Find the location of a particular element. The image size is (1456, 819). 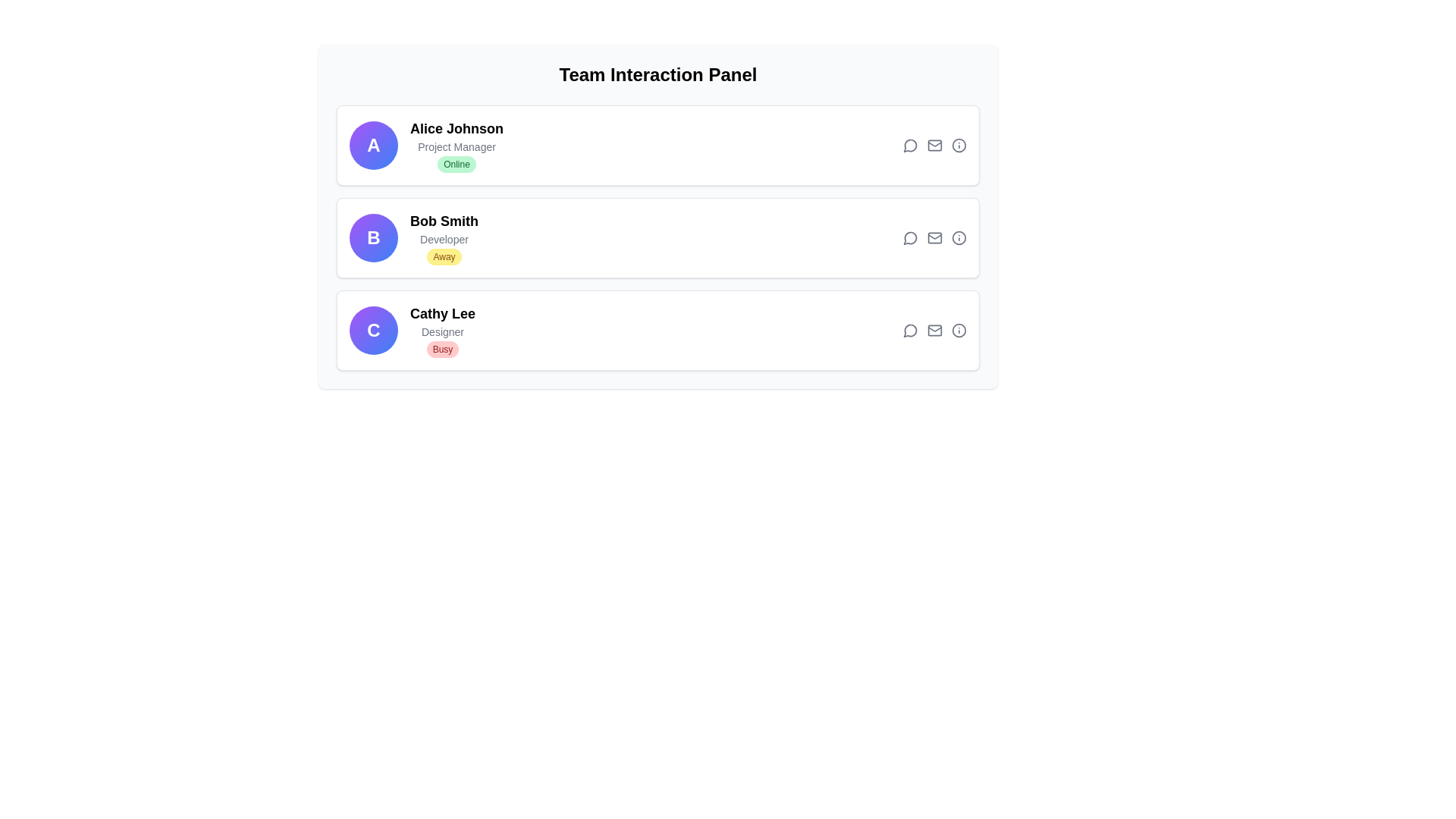

the email button for Bob Smith located in the action bar to change its color is located at coordinates (934, 237).